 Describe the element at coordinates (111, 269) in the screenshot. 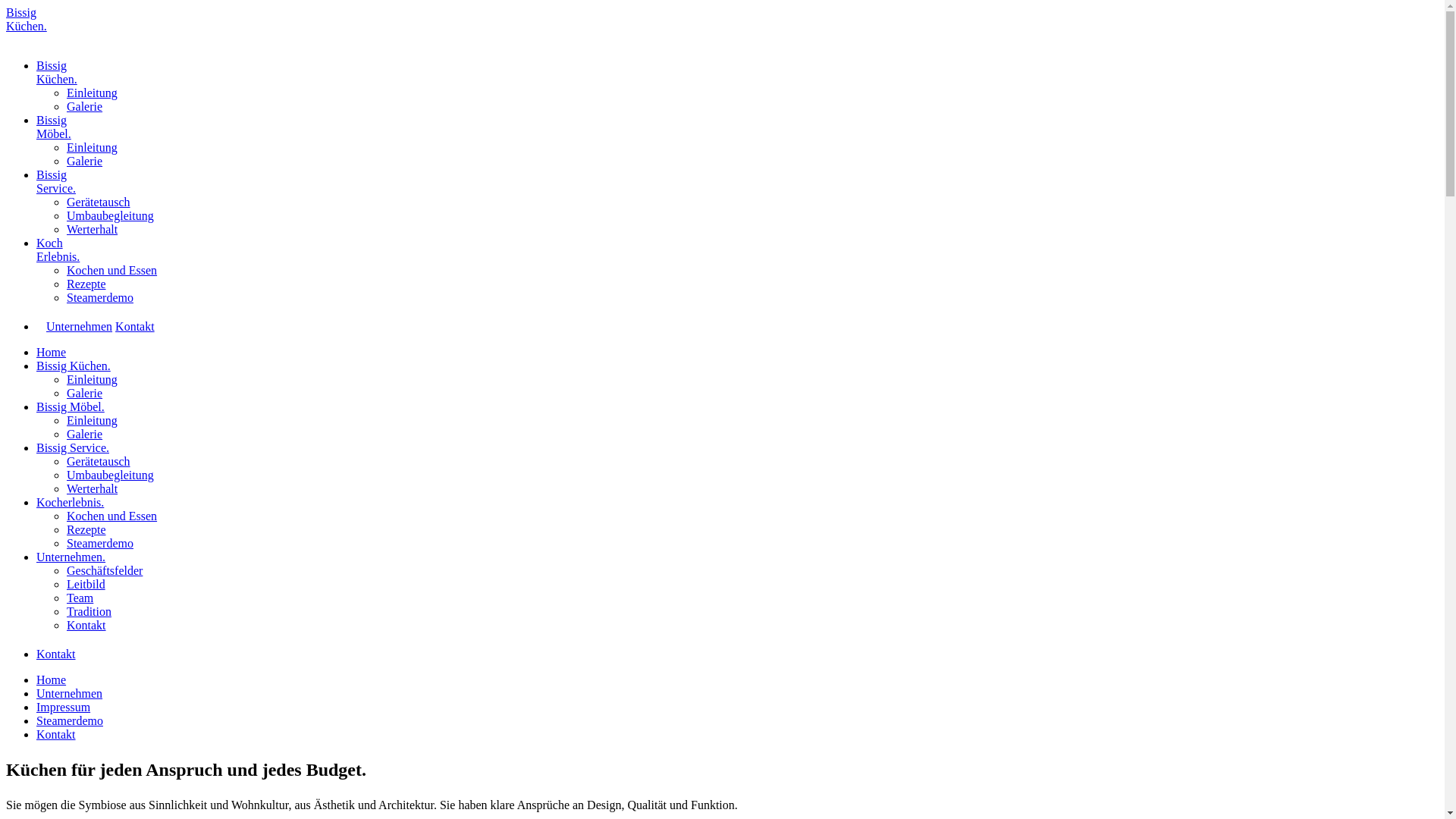

I see `'Kochen und Essen'` at that location.